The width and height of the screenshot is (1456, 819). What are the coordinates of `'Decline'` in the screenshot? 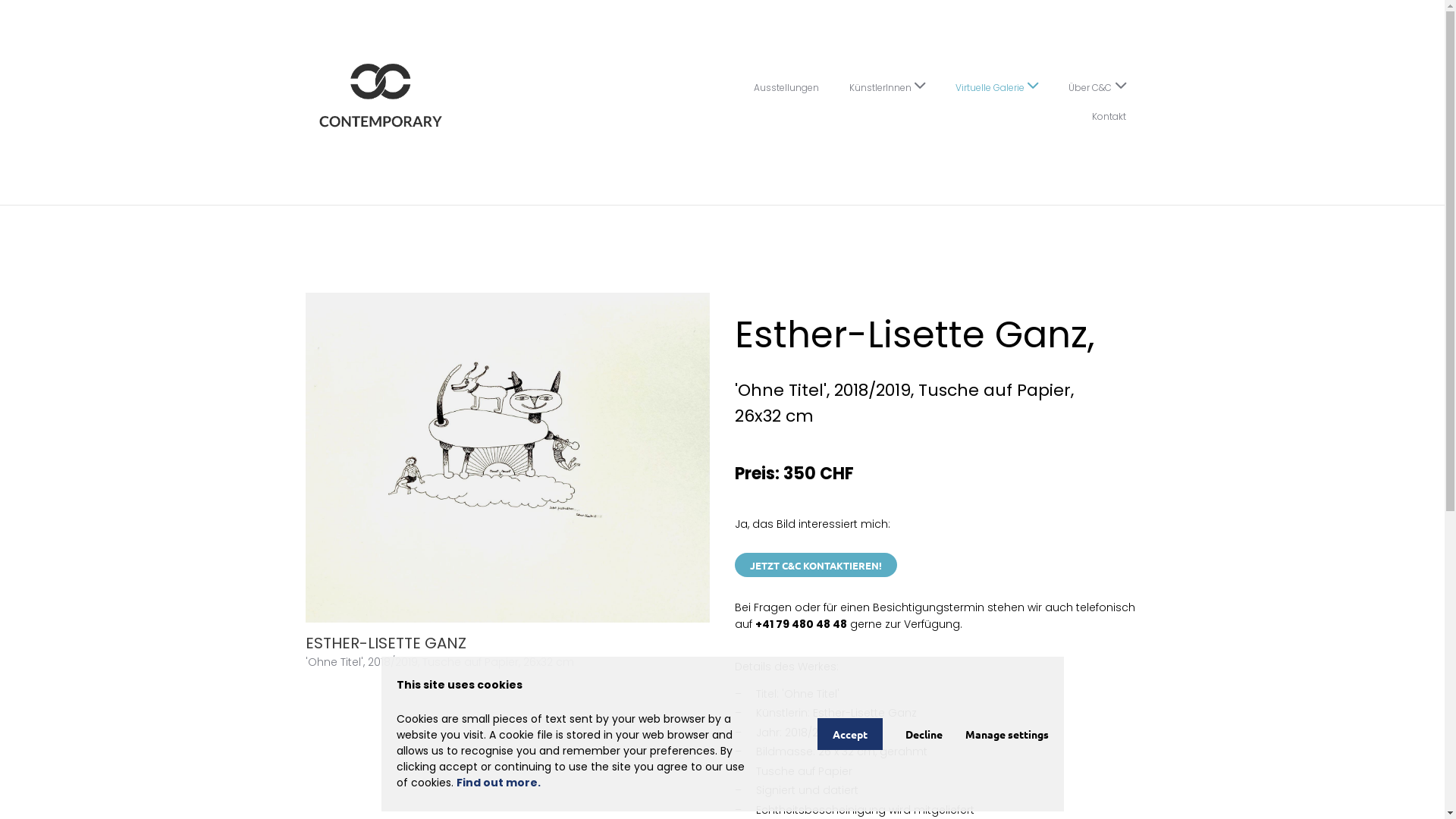 It's located at (923, 733).